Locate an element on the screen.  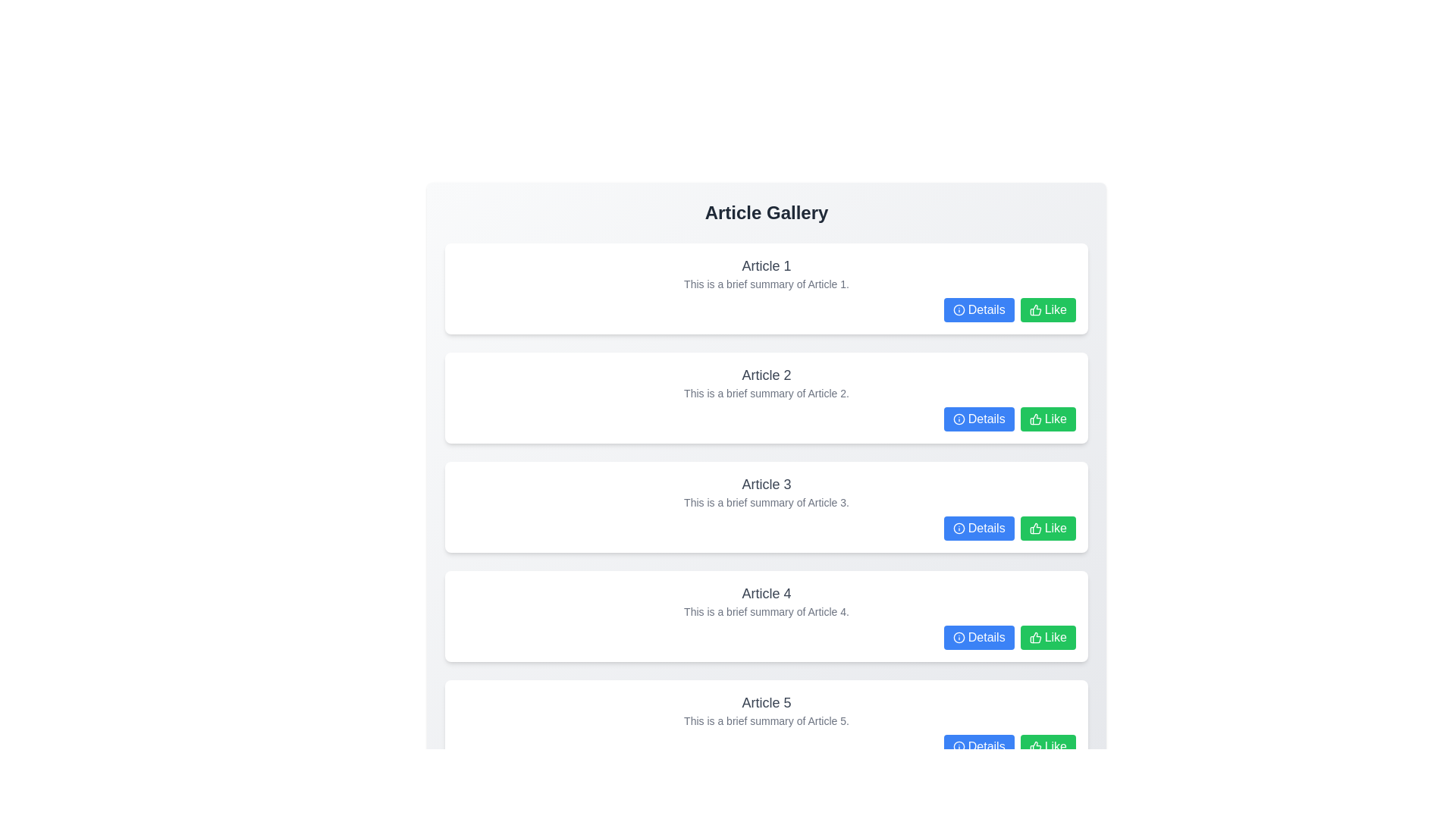
the leftmost button in the fourth row of interactive controls is located at coordinates (979, 637).